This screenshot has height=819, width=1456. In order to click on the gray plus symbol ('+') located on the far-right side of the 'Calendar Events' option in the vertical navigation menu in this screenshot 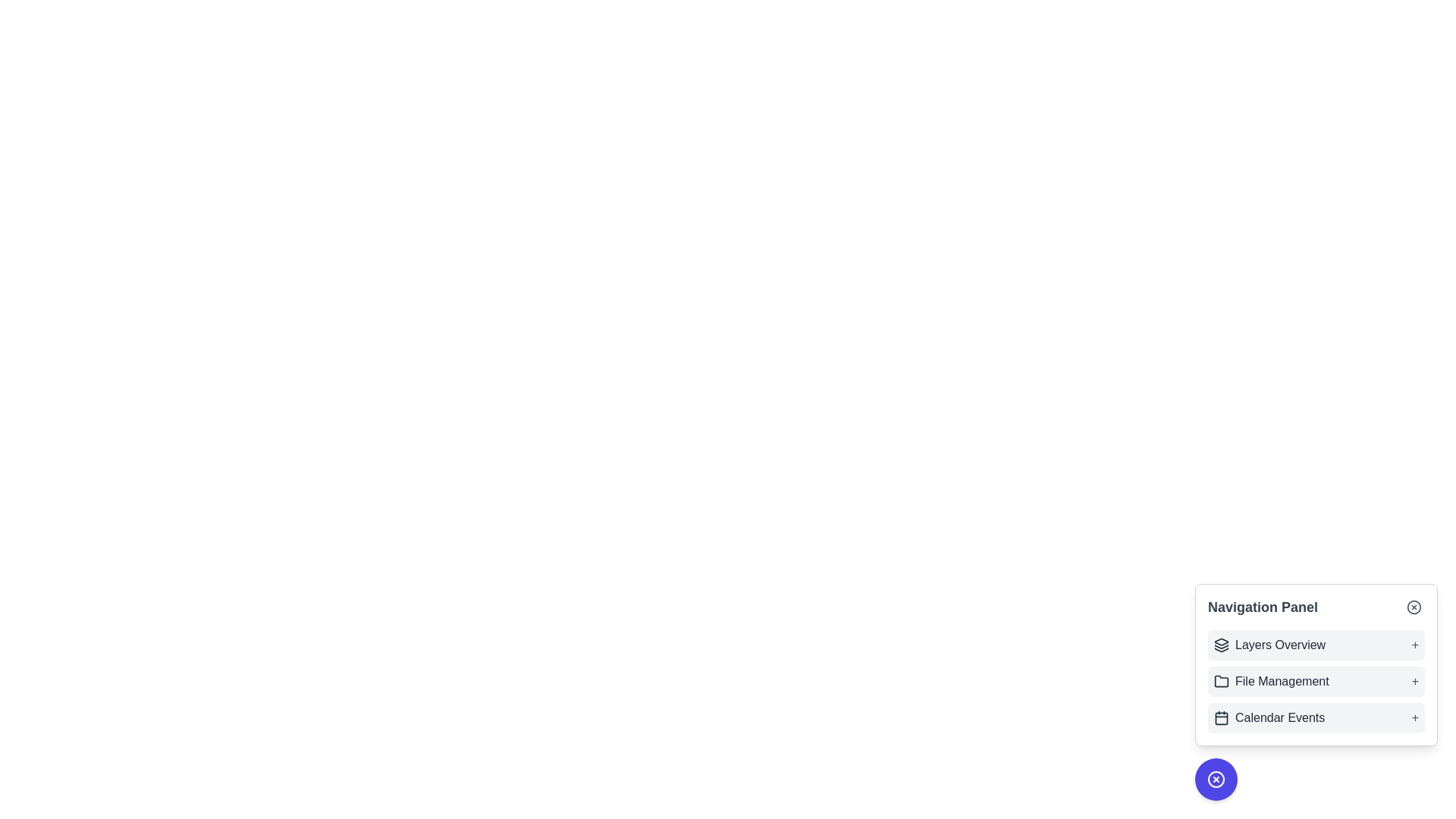, I will do `click(1414, 717)`.